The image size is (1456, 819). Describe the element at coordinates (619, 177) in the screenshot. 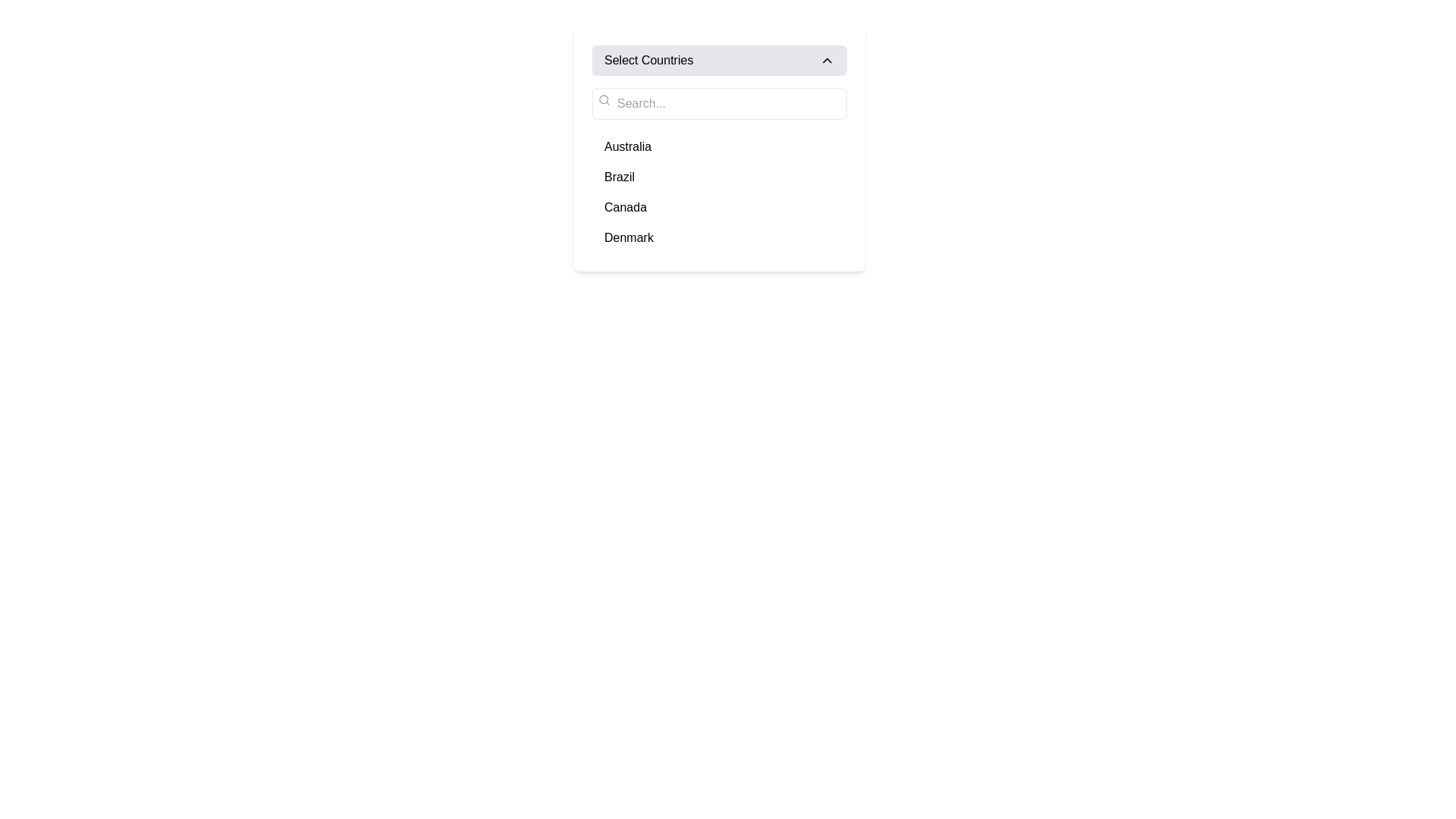

I see `the 'Brazil' dropdown menu item in the 'Select Countries' dropdown to activate it for selection` at that location.